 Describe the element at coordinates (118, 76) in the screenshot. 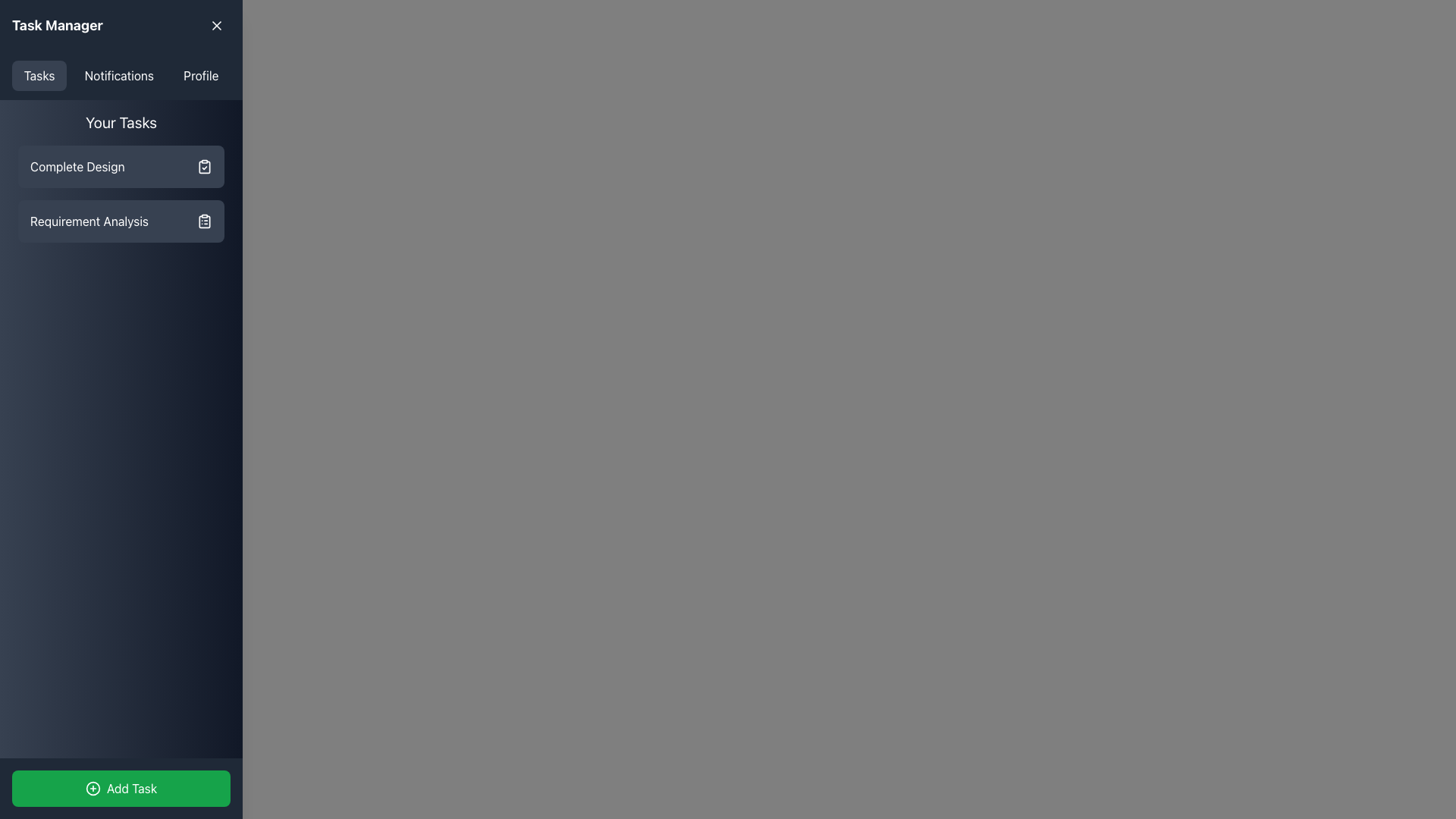

I see `the rectangular button labeled 'Notifications'` at that location.